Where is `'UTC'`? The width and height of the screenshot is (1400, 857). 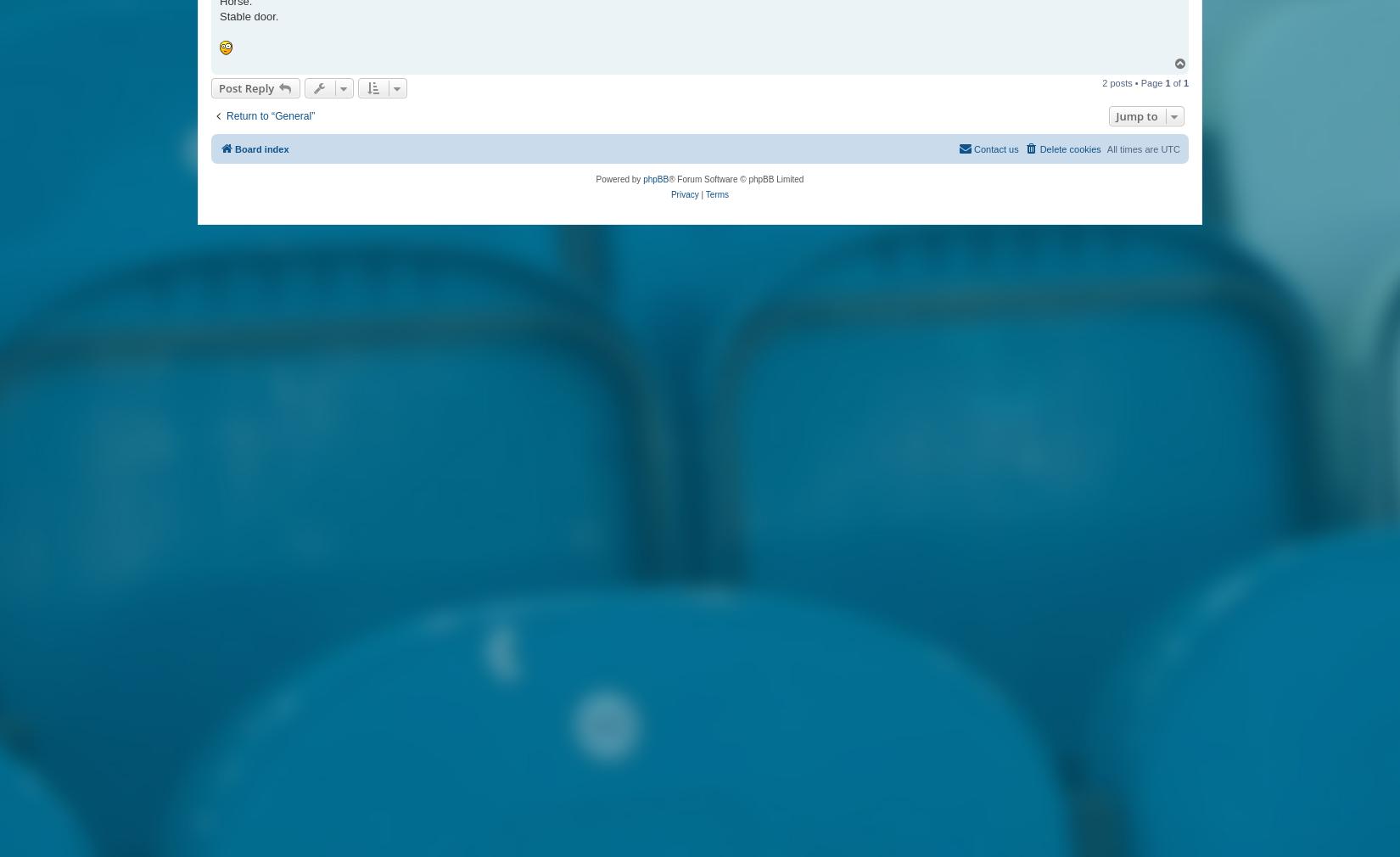
'UTC' is located at coordinates (1160, 148).